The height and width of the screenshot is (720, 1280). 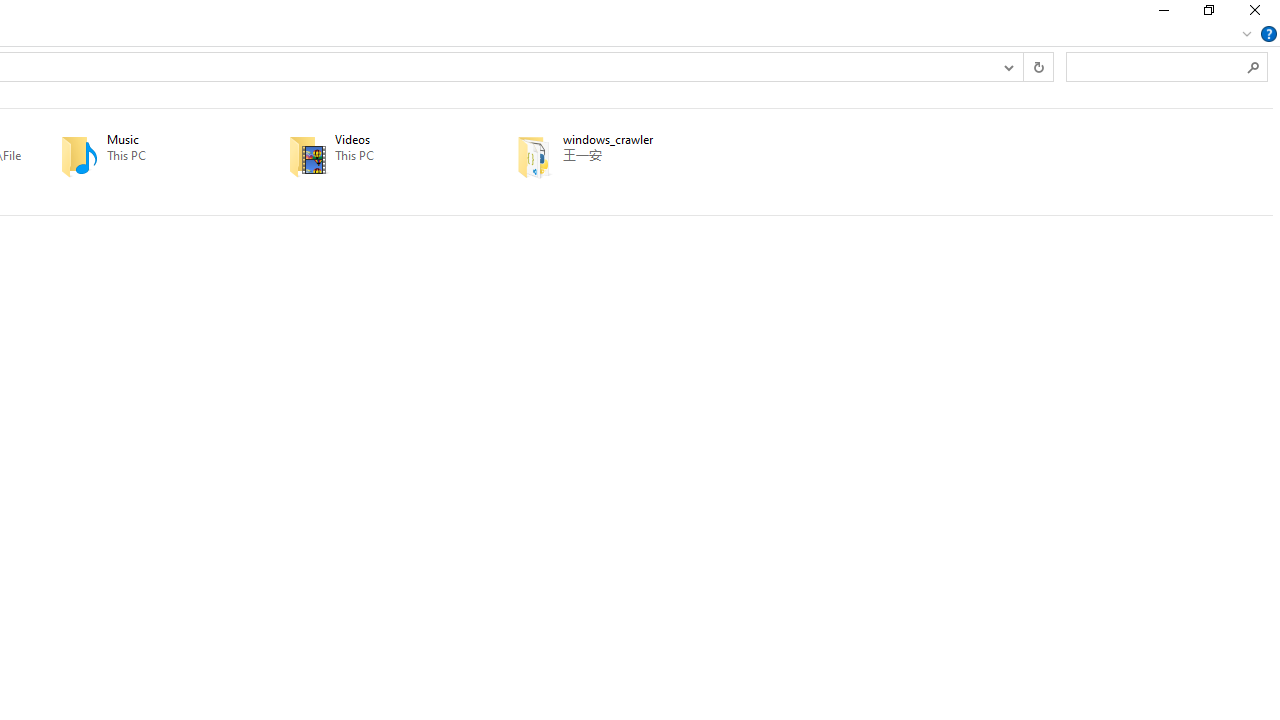 I want to click on 'Restore', so click(x=1207, y=15).